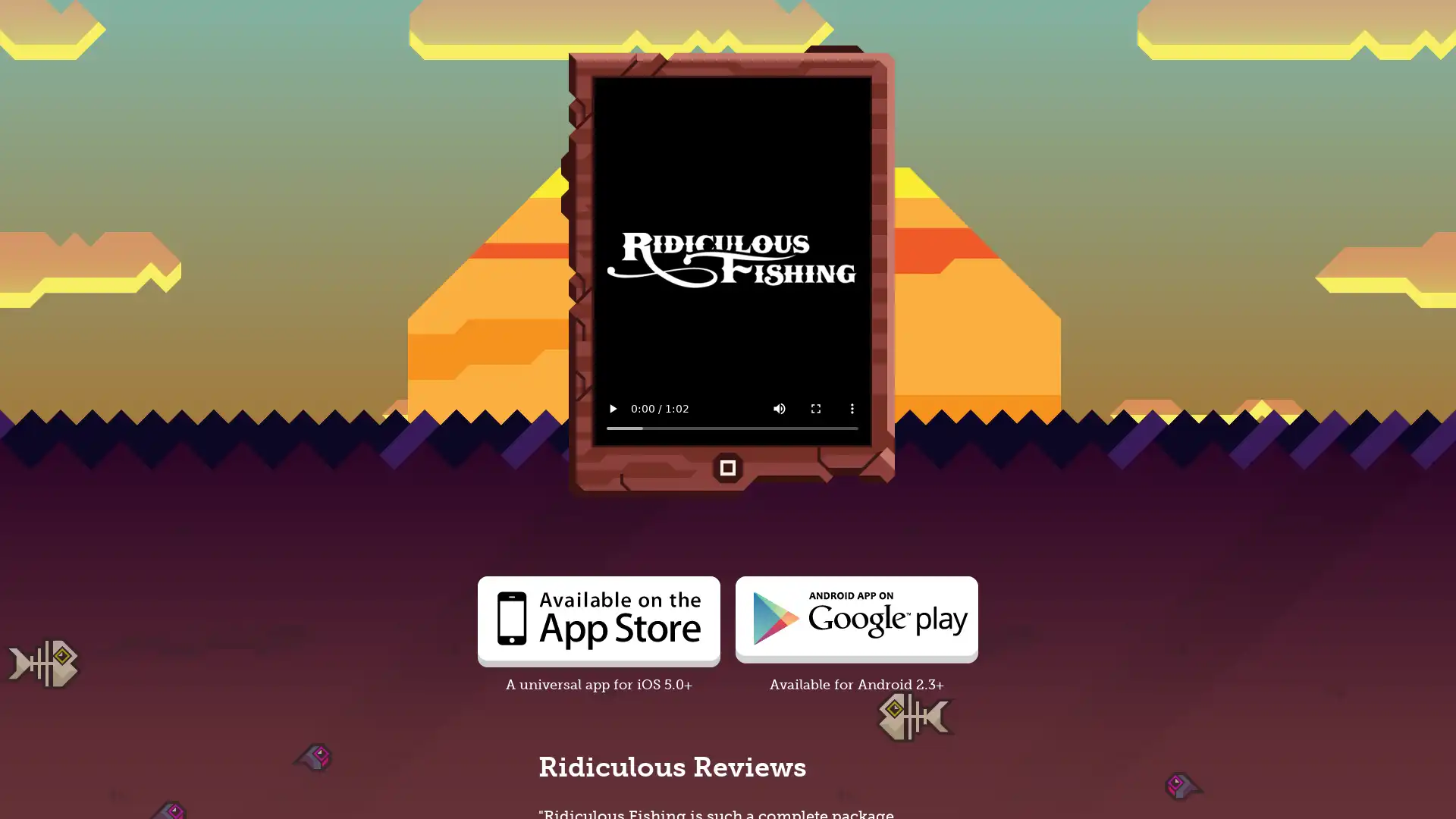 The width and height of the screenshot is (1456, 819). Describe the element at coordinates (814, 408) in the screenshot. I see `enter full screen` at that location.